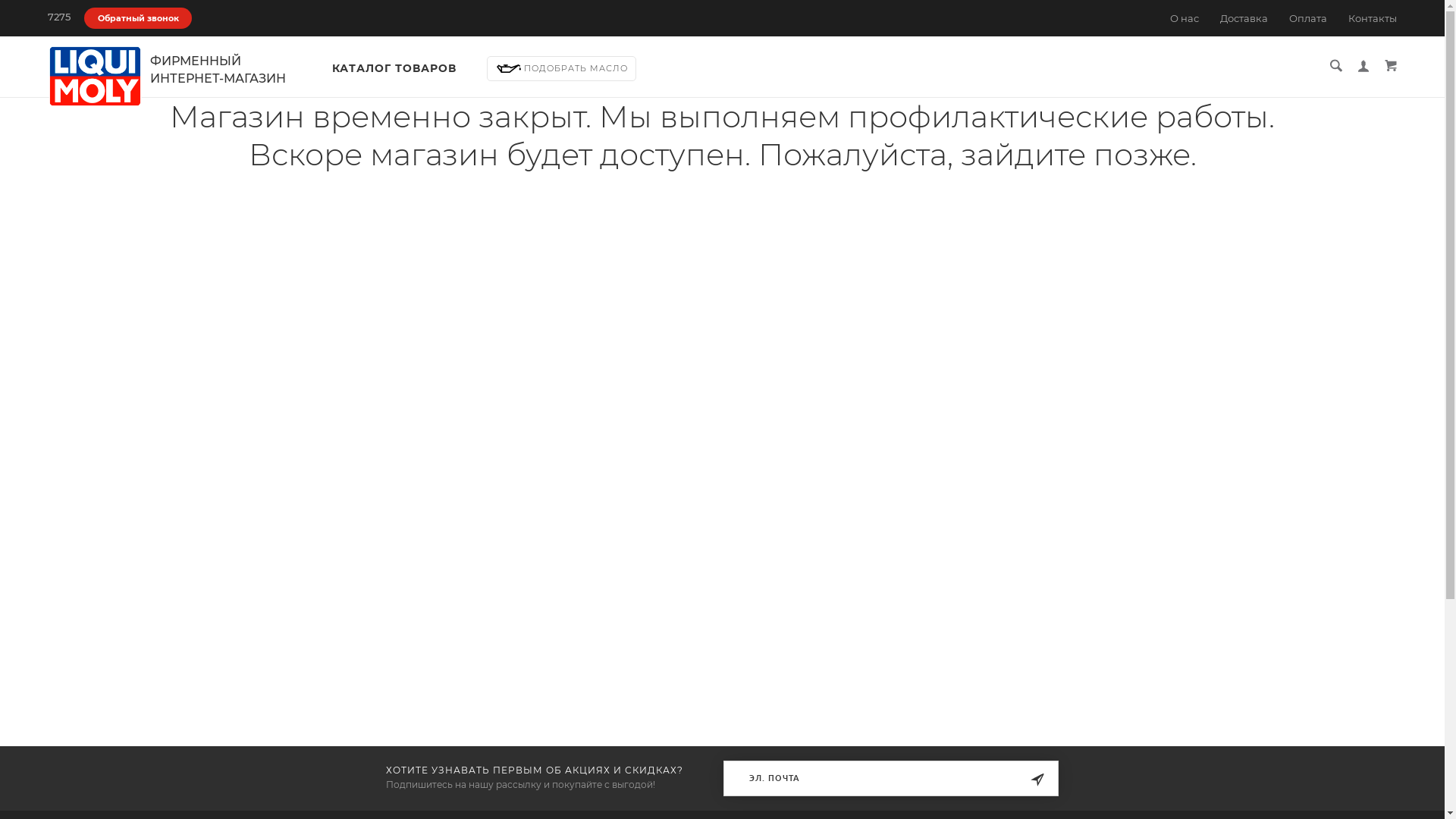  What do you see at coordinates (47, 17) in the screenshot?
I see `'7275'` at bounding box center [47, 17].